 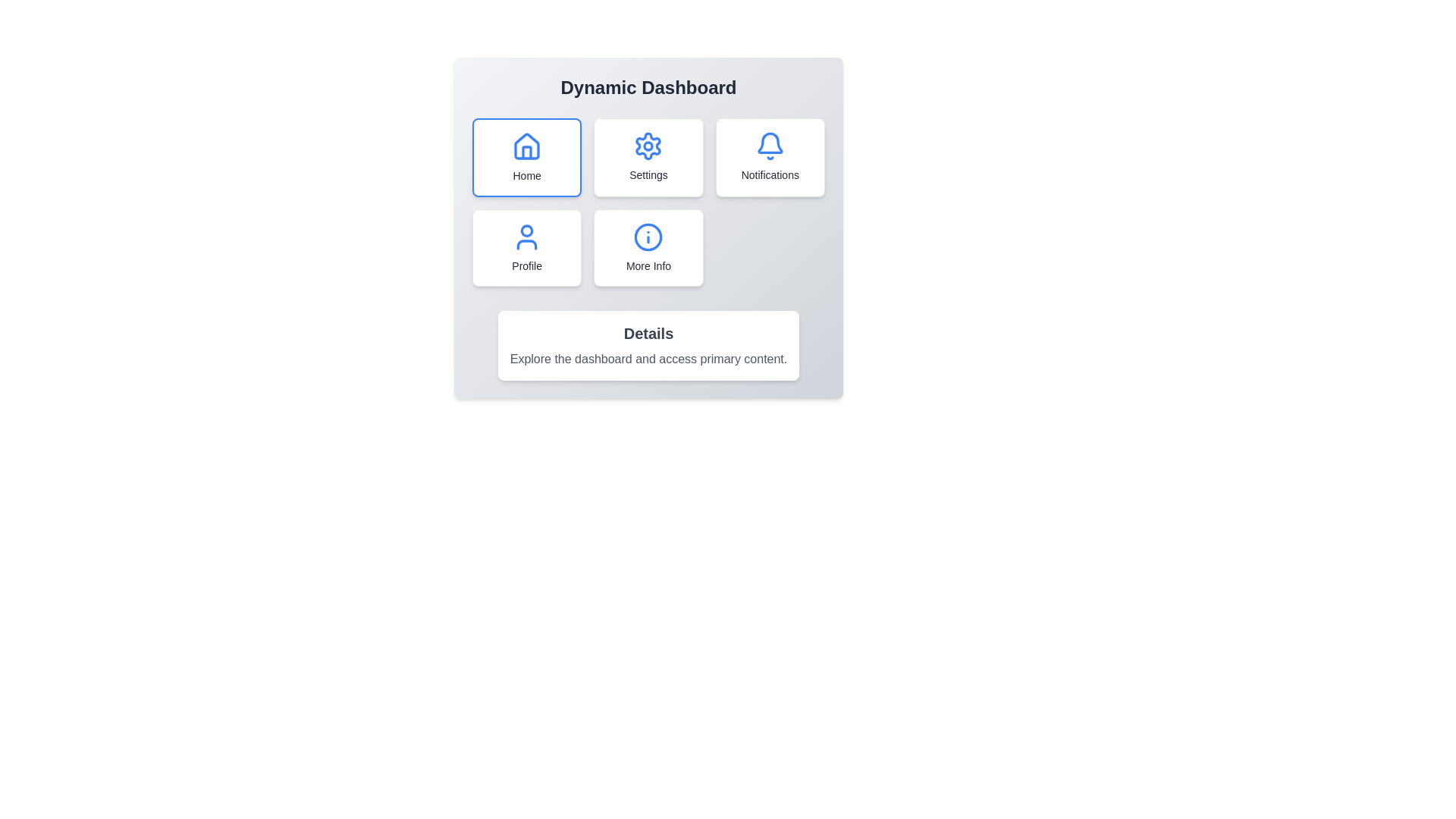 I want to click on the 'Settings' button, which is a rectangular card with a white background, rounded corners, a blue gear icon at the top center, and the text 'Settings' below it, so click(x=648, y=158).